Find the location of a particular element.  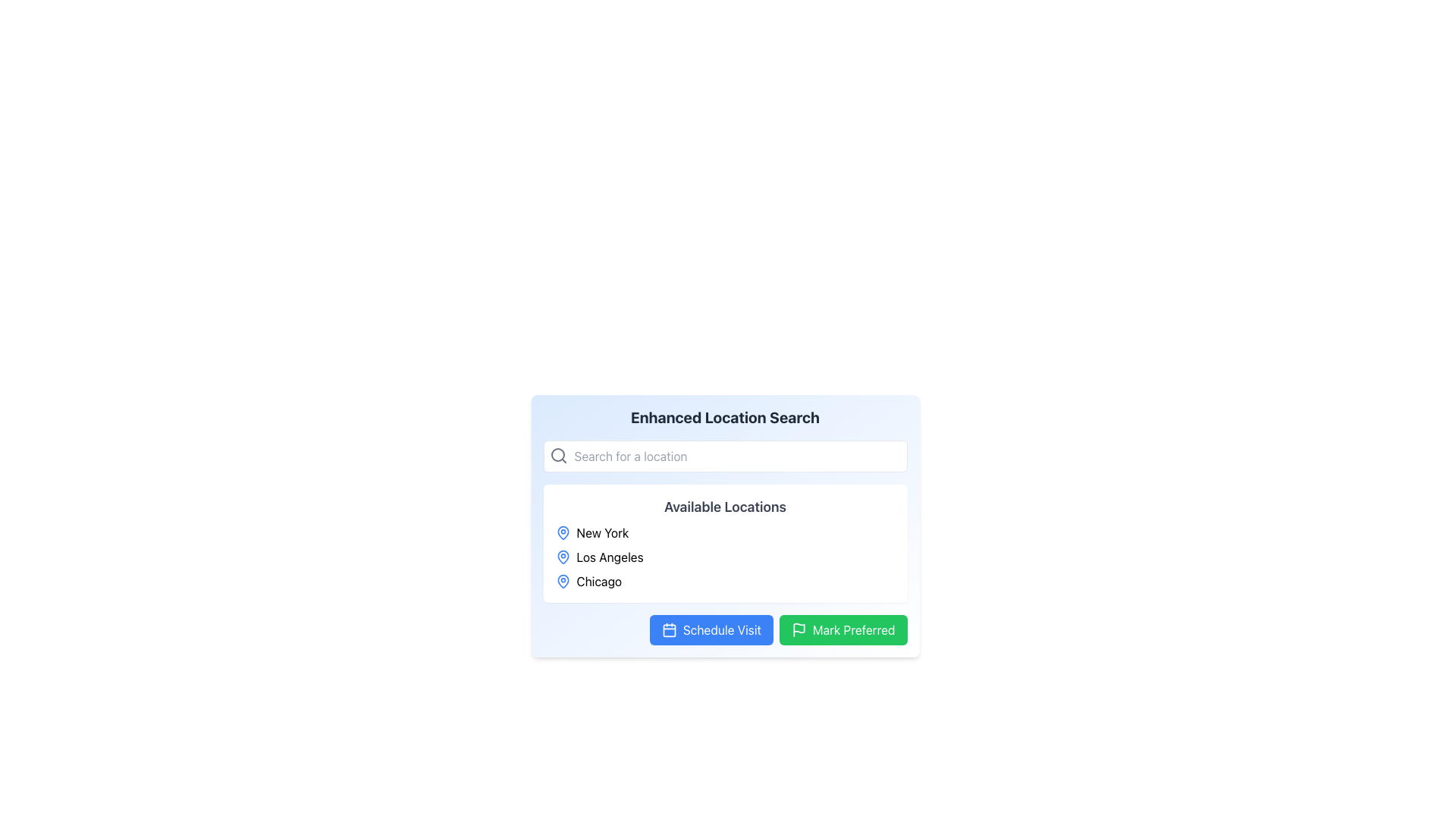

text of the 'Los Angeles' label, which is the second item in the 'Available Locations' list is located at coordinates (610, 557).